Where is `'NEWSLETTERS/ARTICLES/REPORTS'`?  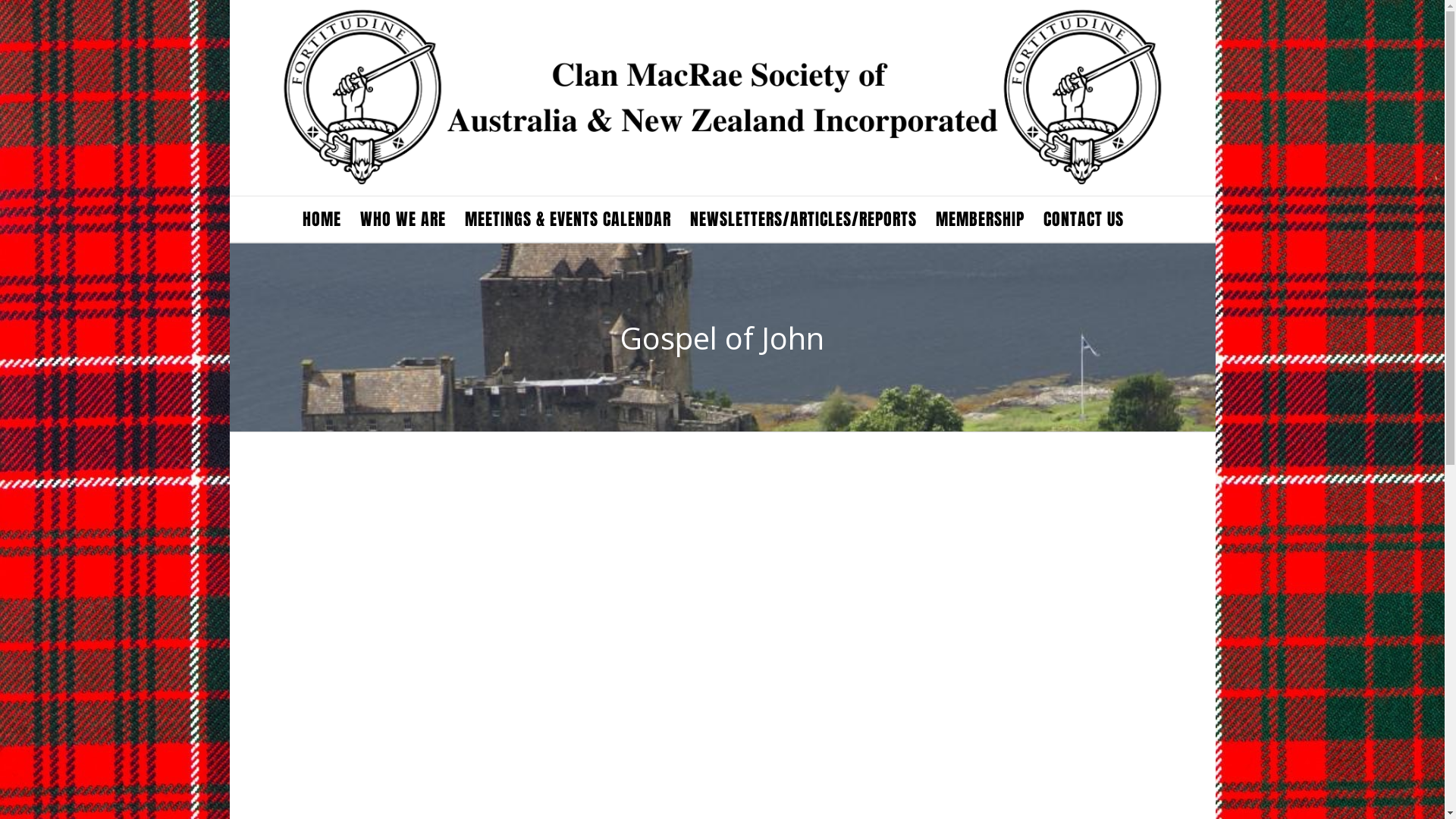
'NEWSLETTERS/ARTICLES/REPORTS' is located at coordinates (802, 219).